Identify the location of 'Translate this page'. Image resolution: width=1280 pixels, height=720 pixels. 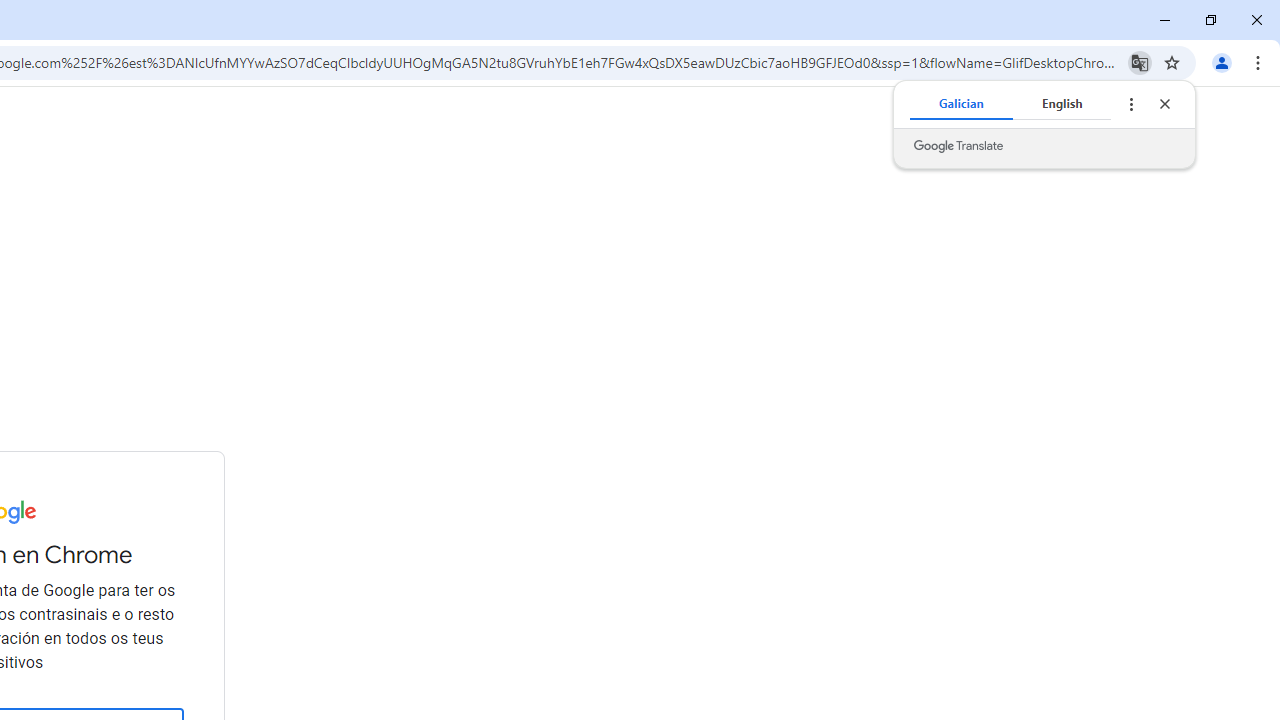
(1139, 61).